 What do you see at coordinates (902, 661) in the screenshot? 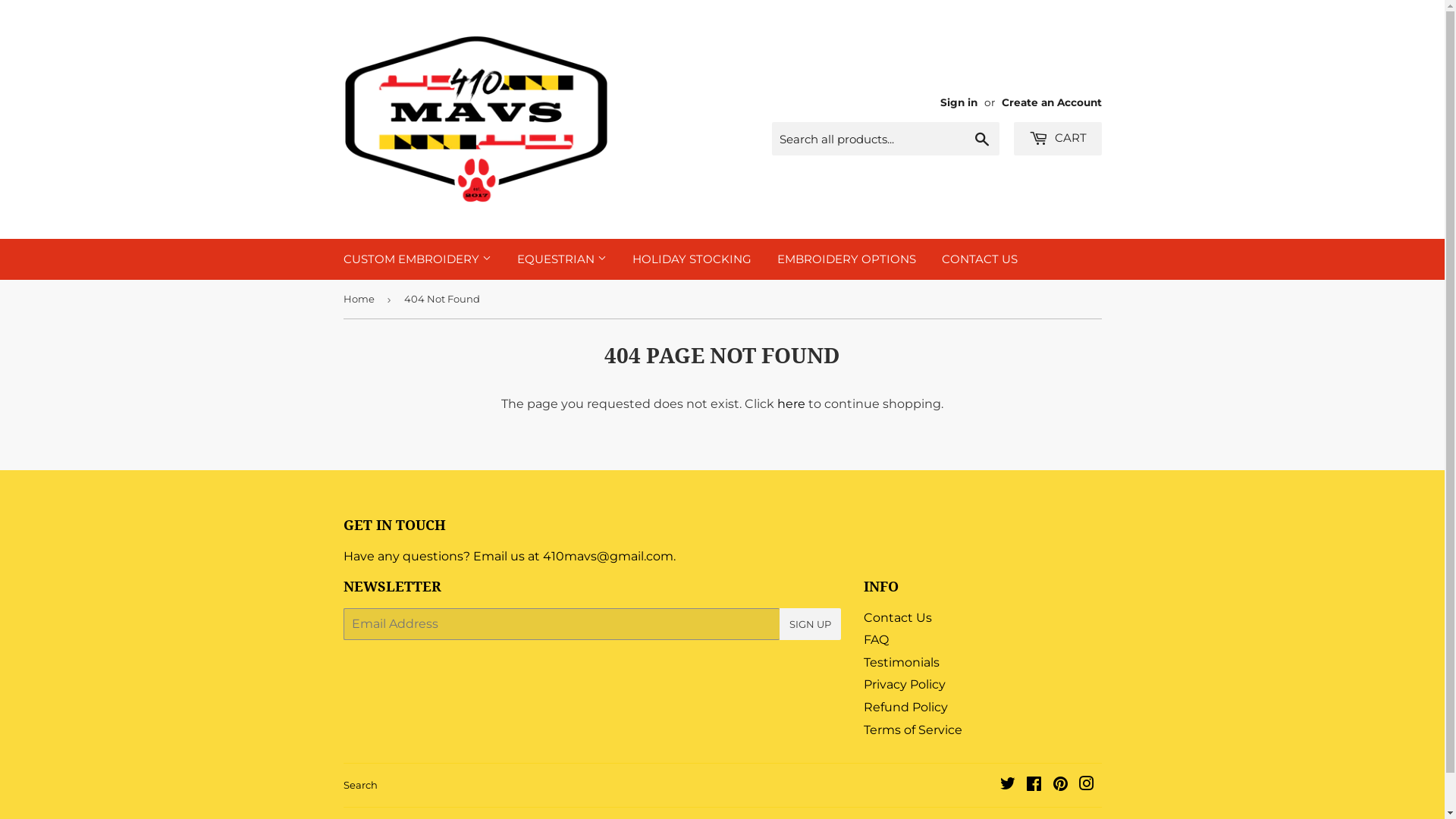
I see `'Testimonials'` at bounding box center [902, 661].